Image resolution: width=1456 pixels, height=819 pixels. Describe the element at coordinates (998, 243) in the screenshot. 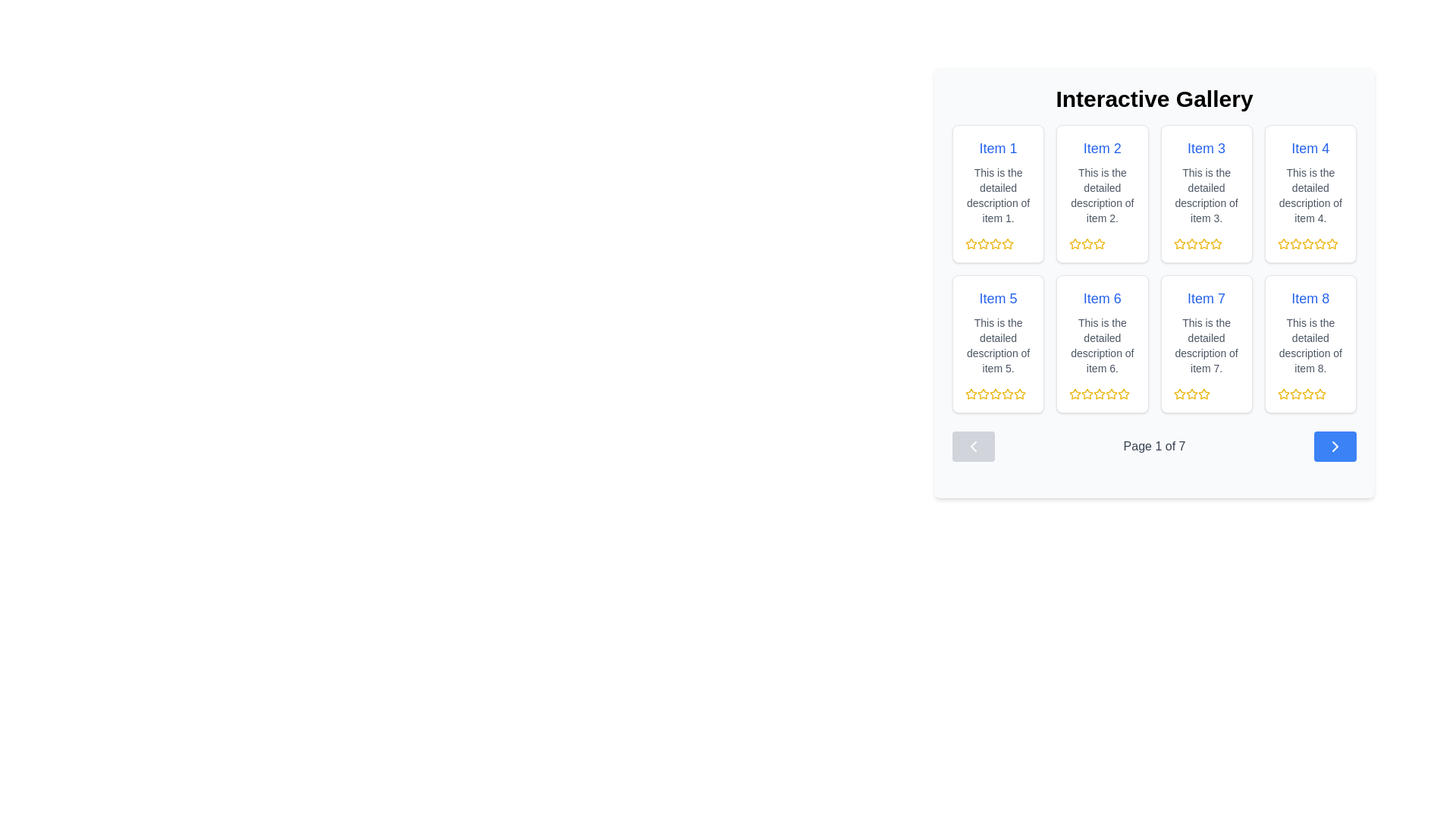

I see `the star in the rating component located in the lower section of the first item's card to set the rating` at that location.